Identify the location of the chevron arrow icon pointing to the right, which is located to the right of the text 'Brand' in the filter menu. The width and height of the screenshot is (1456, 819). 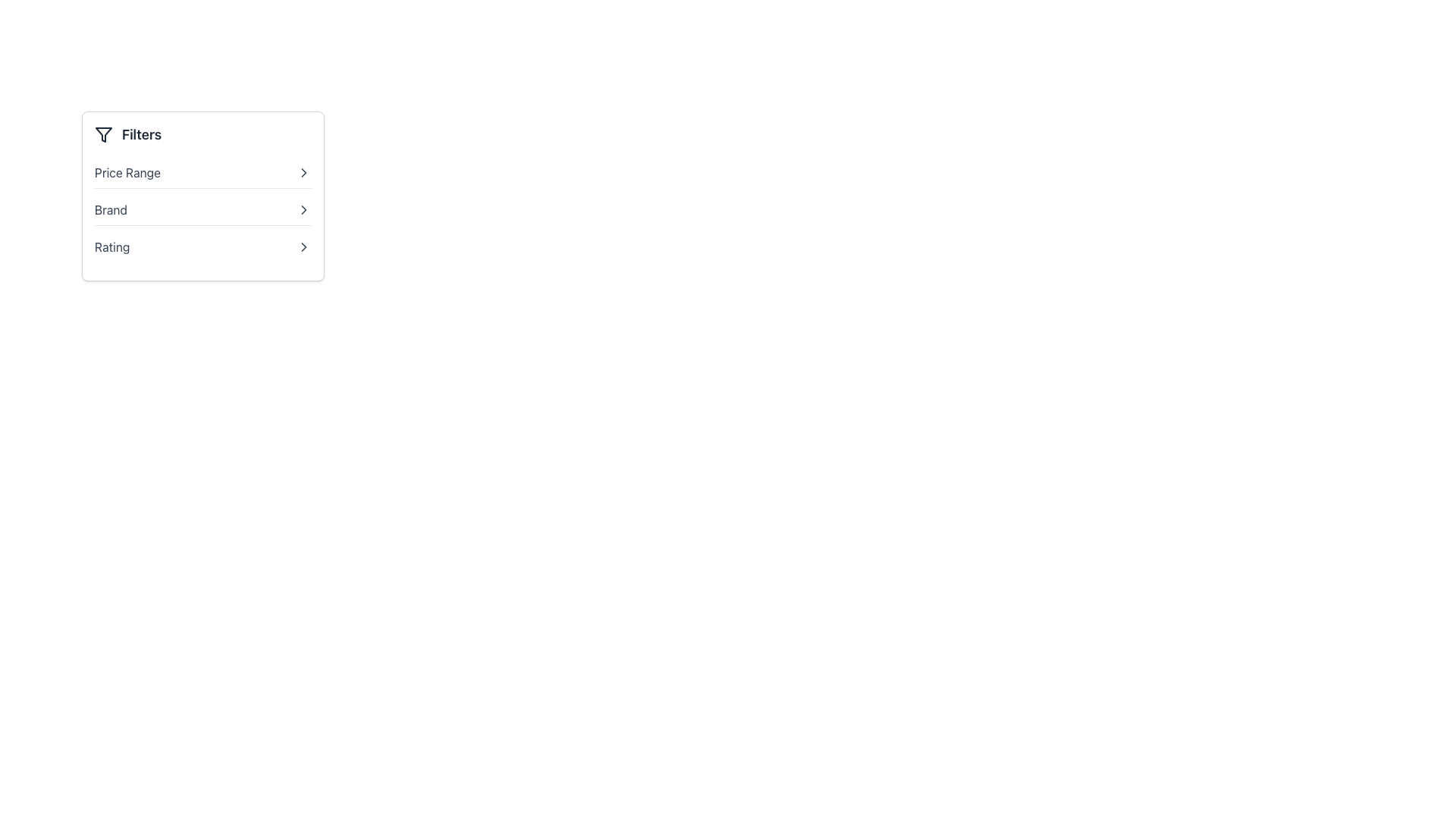
(303, 210).